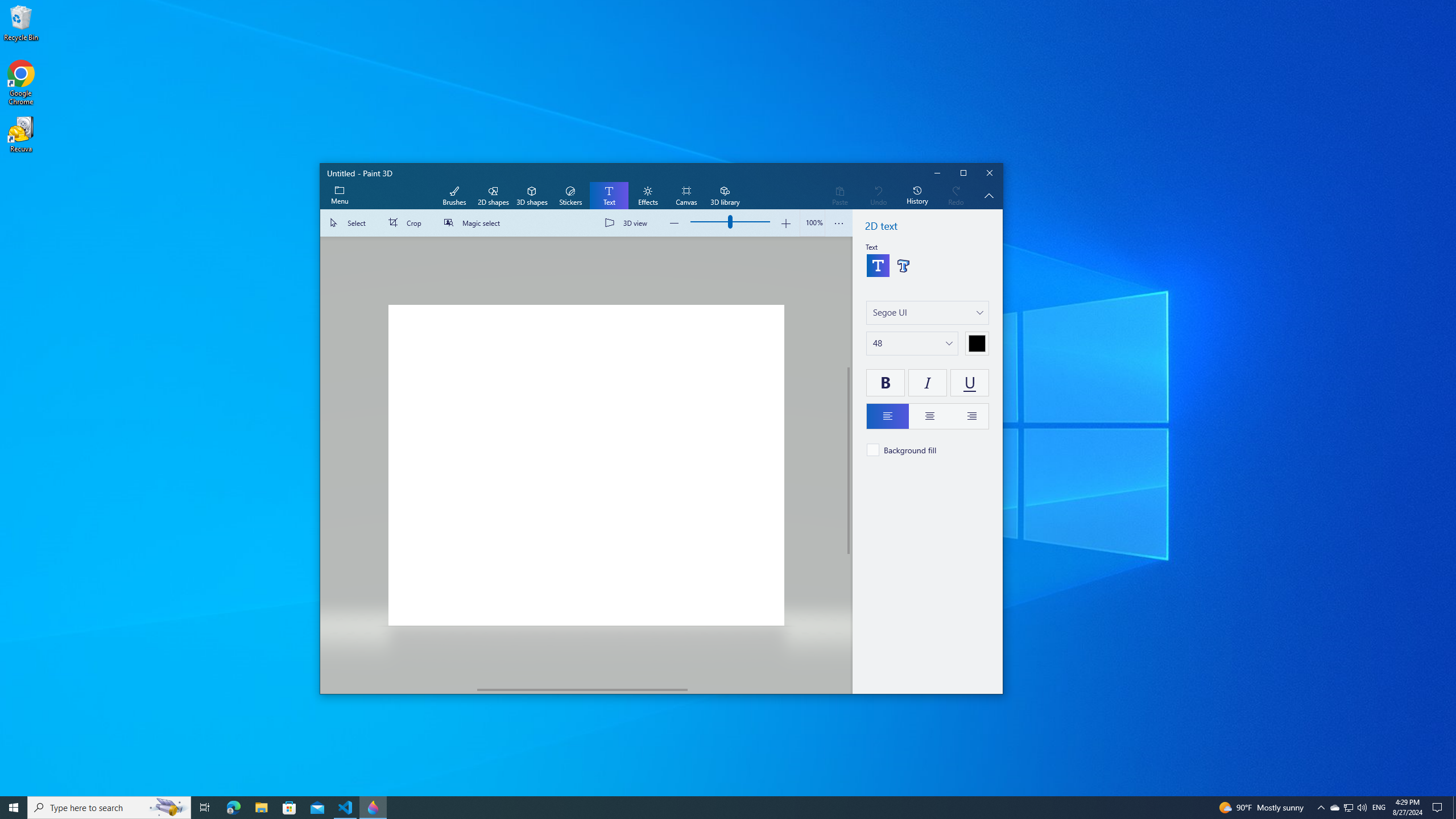 This screenshot has width=1456, height=819. Describe the element at coordinates (628, 222) in the screenshot. I see `'3D view'` at that location.